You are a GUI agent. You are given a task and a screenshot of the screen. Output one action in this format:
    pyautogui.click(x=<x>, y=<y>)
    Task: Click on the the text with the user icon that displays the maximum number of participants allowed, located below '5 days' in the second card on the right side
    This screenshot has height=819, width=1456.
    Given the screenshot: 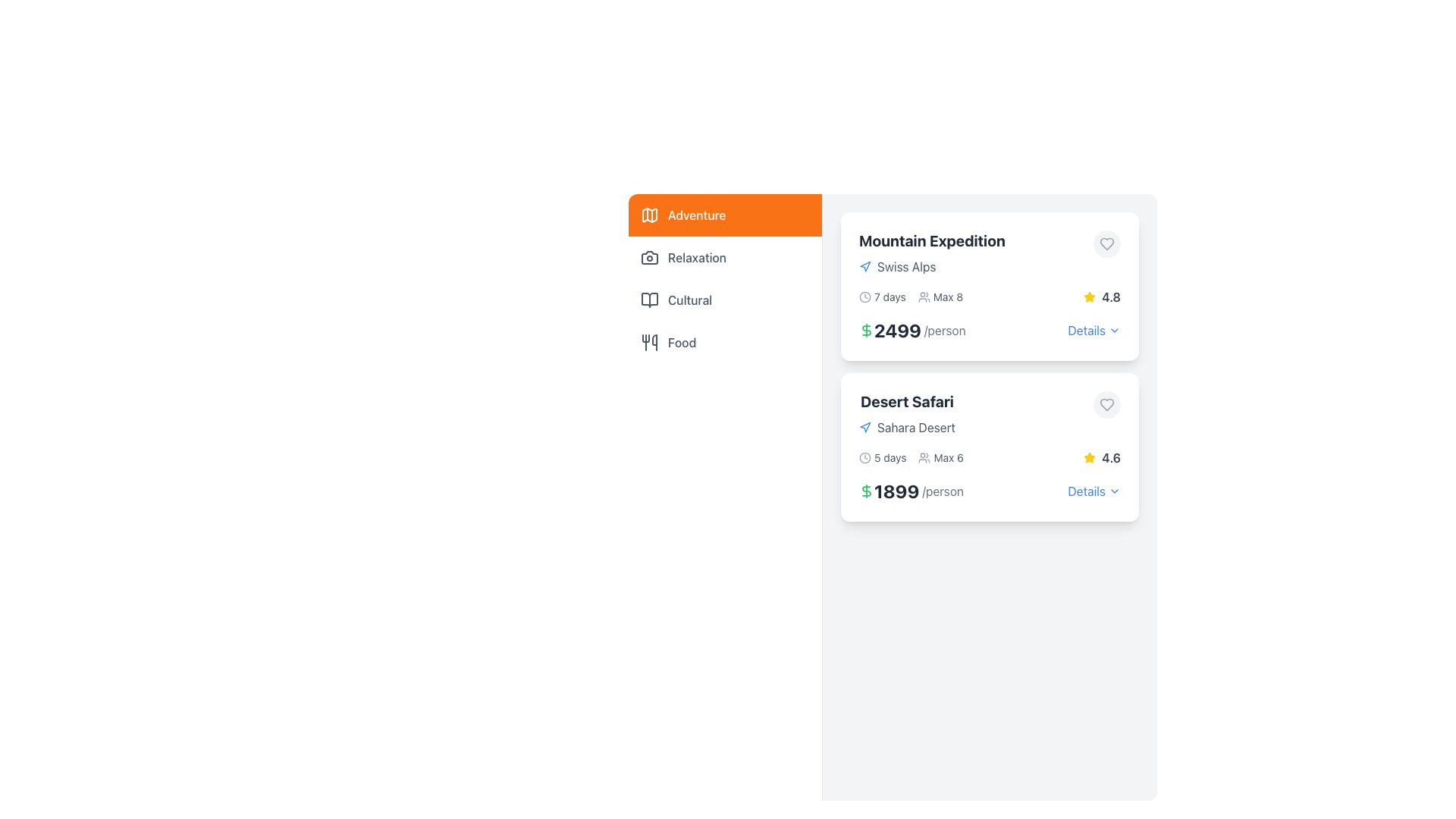 What is the action you would take?
    pyautogui.click(x=940, y=457)
    